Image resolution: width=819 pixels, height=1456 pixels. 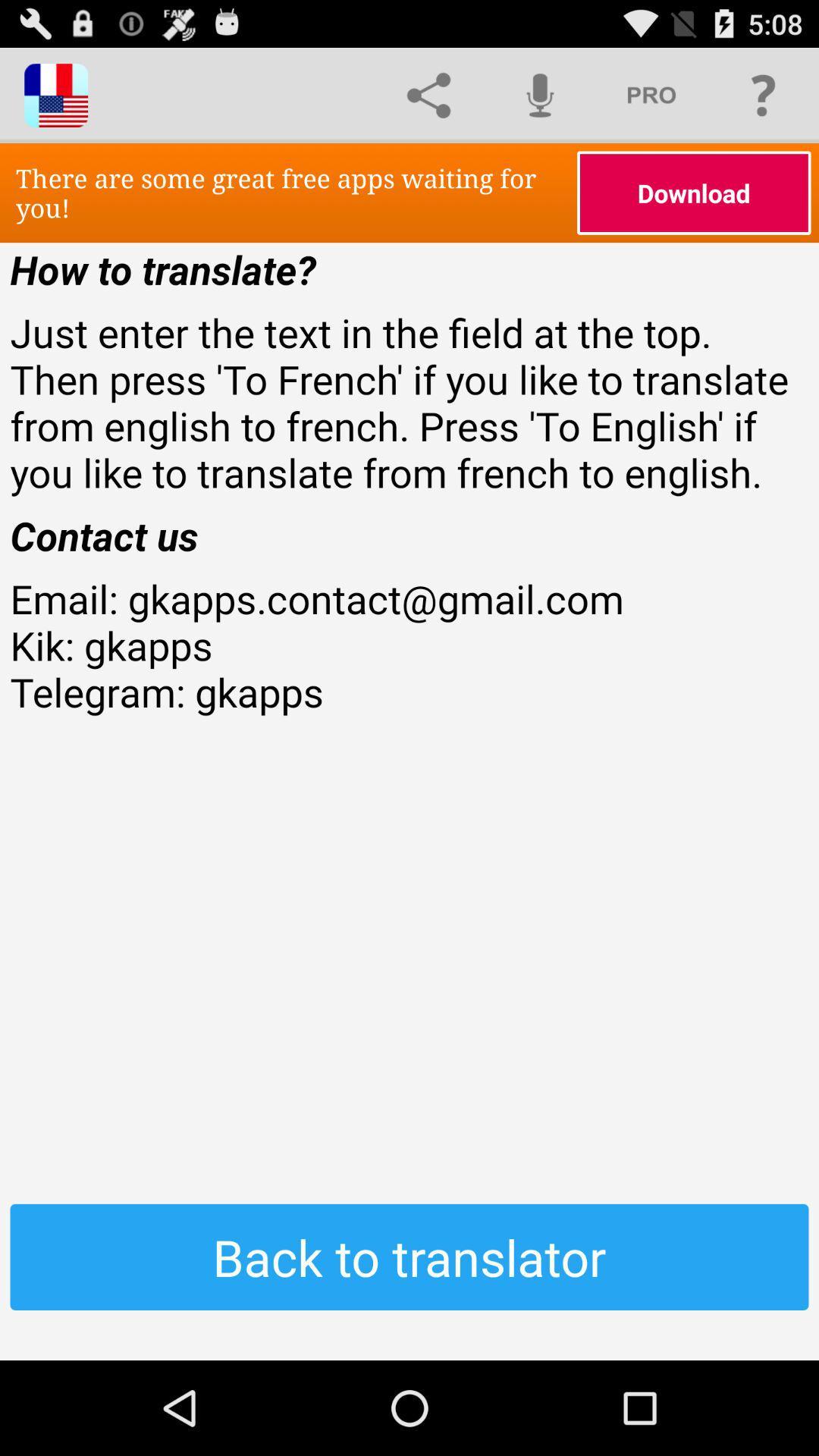 What do you see at coordinates (694, 192) in the screenshot?
I see `the download icon` at bounding box center [694, 192].